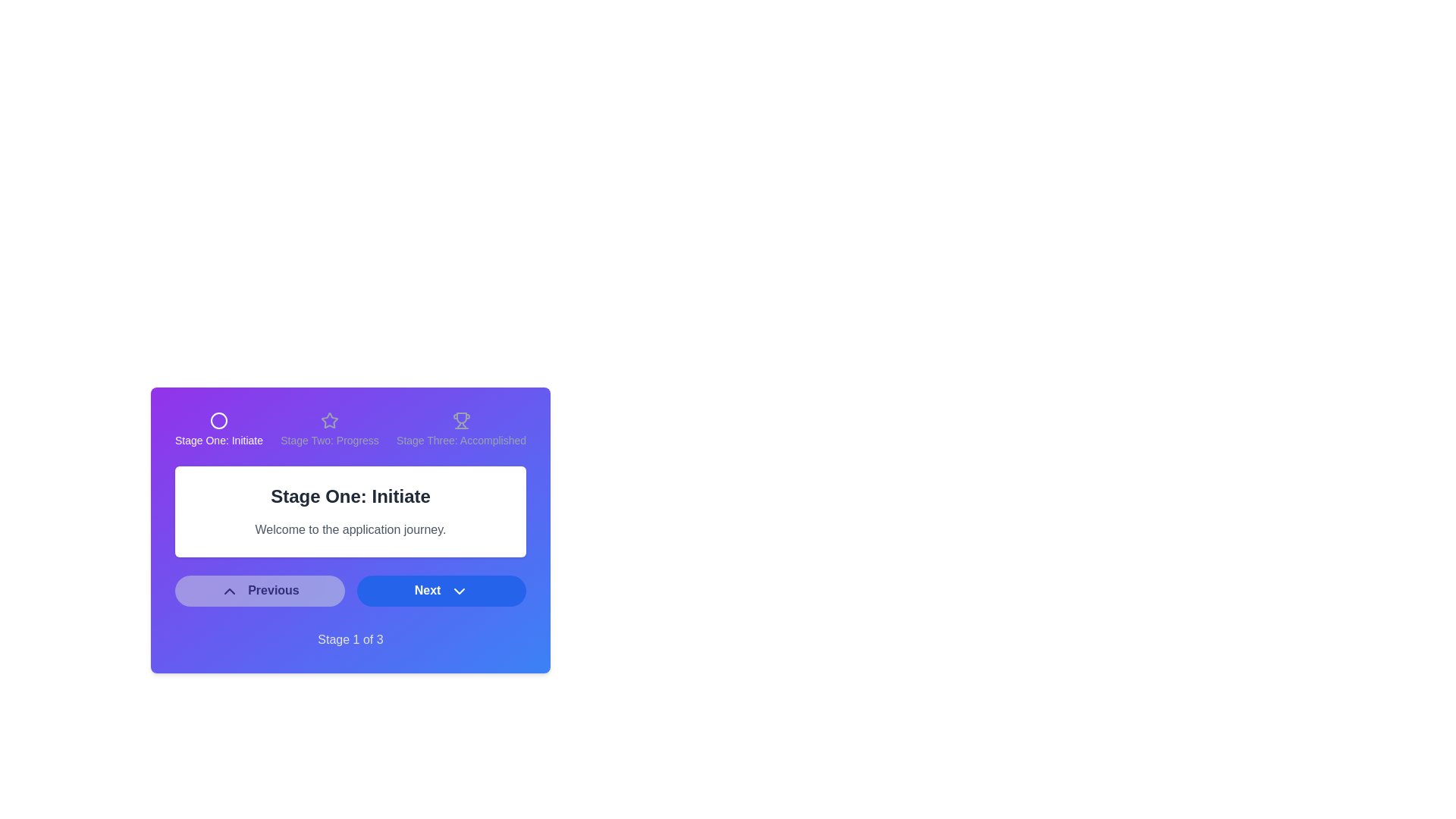 The width and height of the screenshot is (1456, 819). What do you see at coordinates (228, 590) in the screenshot?
I see `the upward-directed chevron icon within the 'Previous' button group located on the left side of the interface near the bottom of the main card` at bounding box center [228, 590].